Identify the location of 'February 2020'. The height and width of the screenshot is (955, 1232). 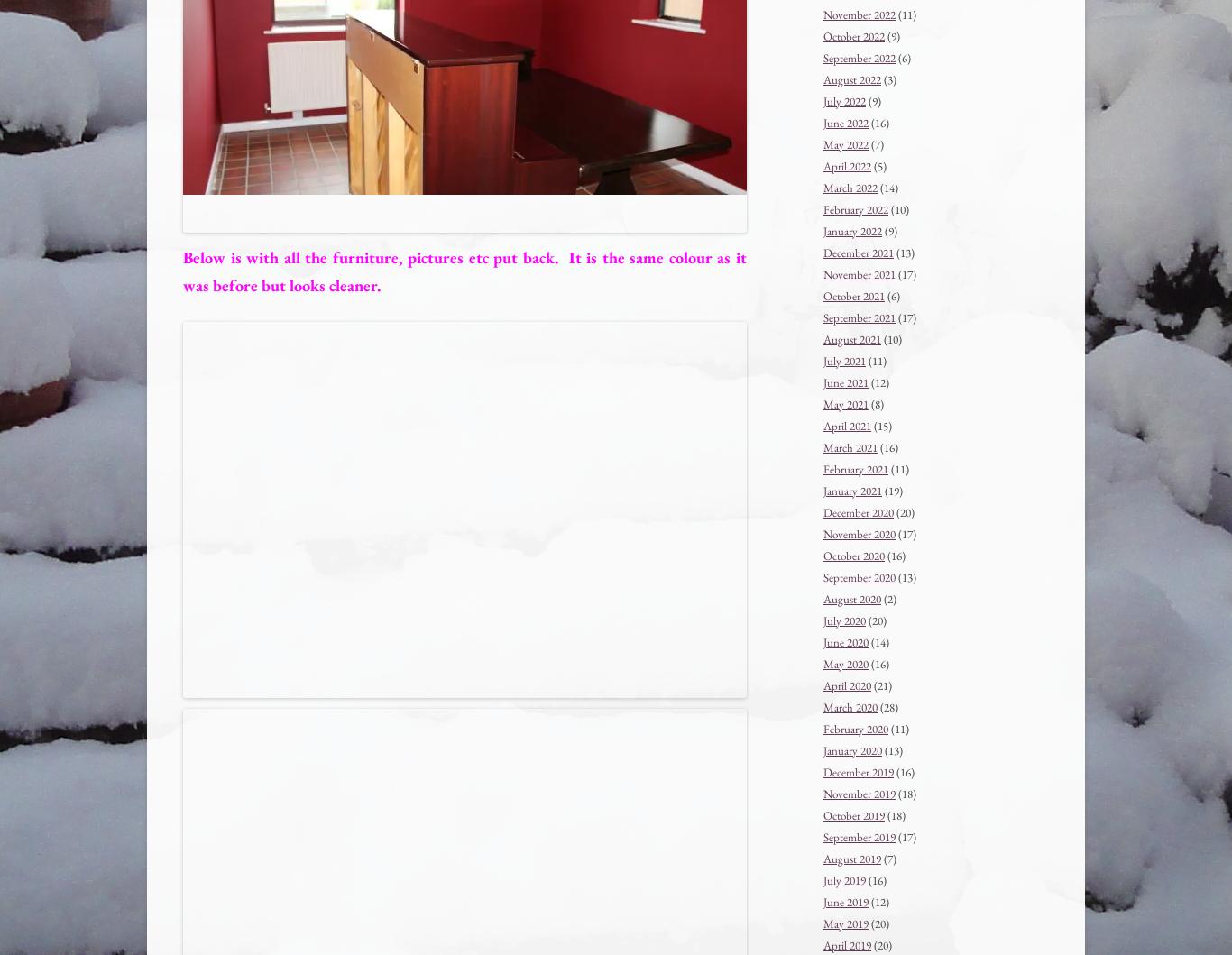
(823, 727).